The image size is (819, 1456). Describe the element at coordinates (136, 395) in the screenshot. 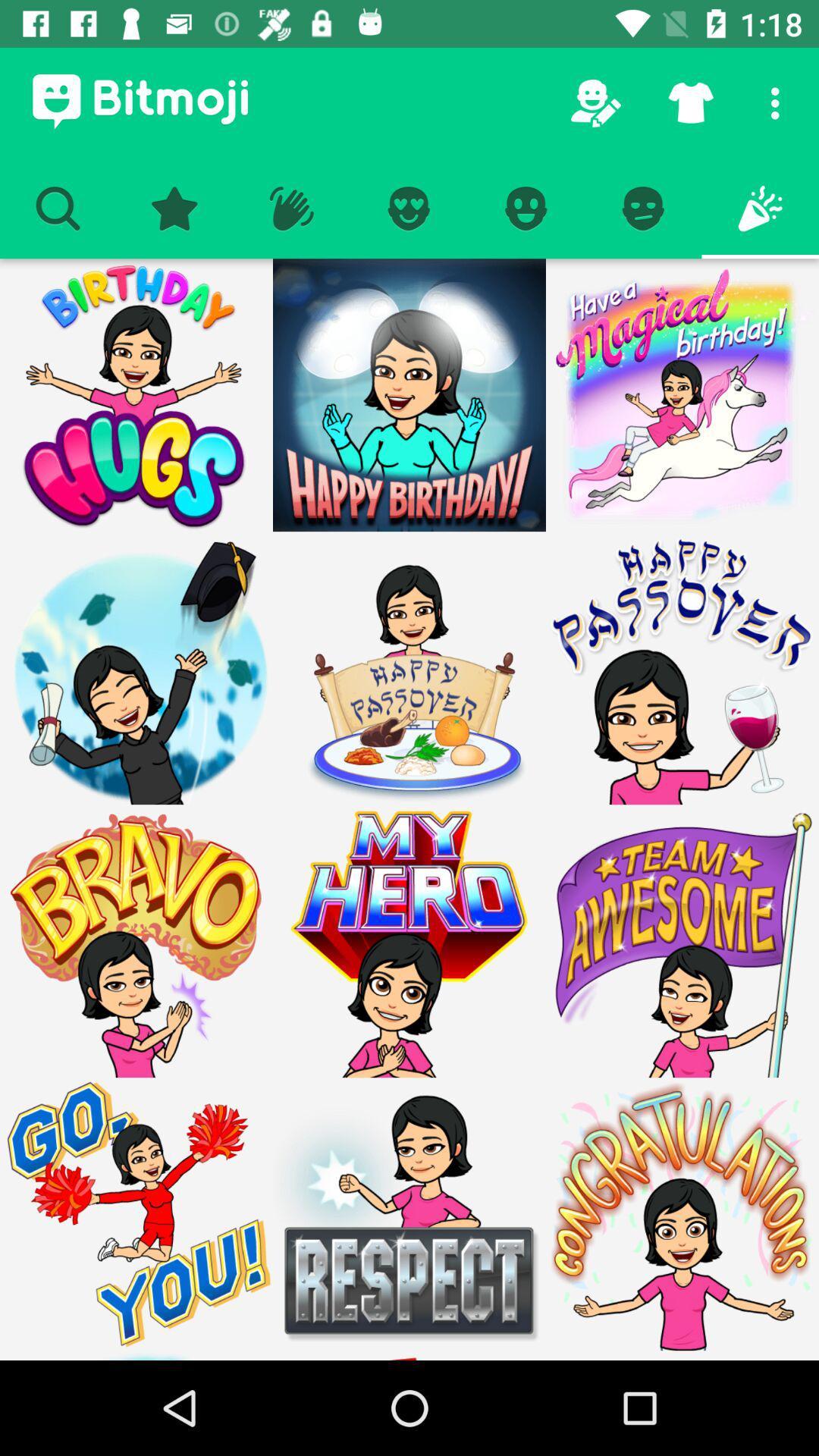

I see `check birthday hugs emoji` at that location.